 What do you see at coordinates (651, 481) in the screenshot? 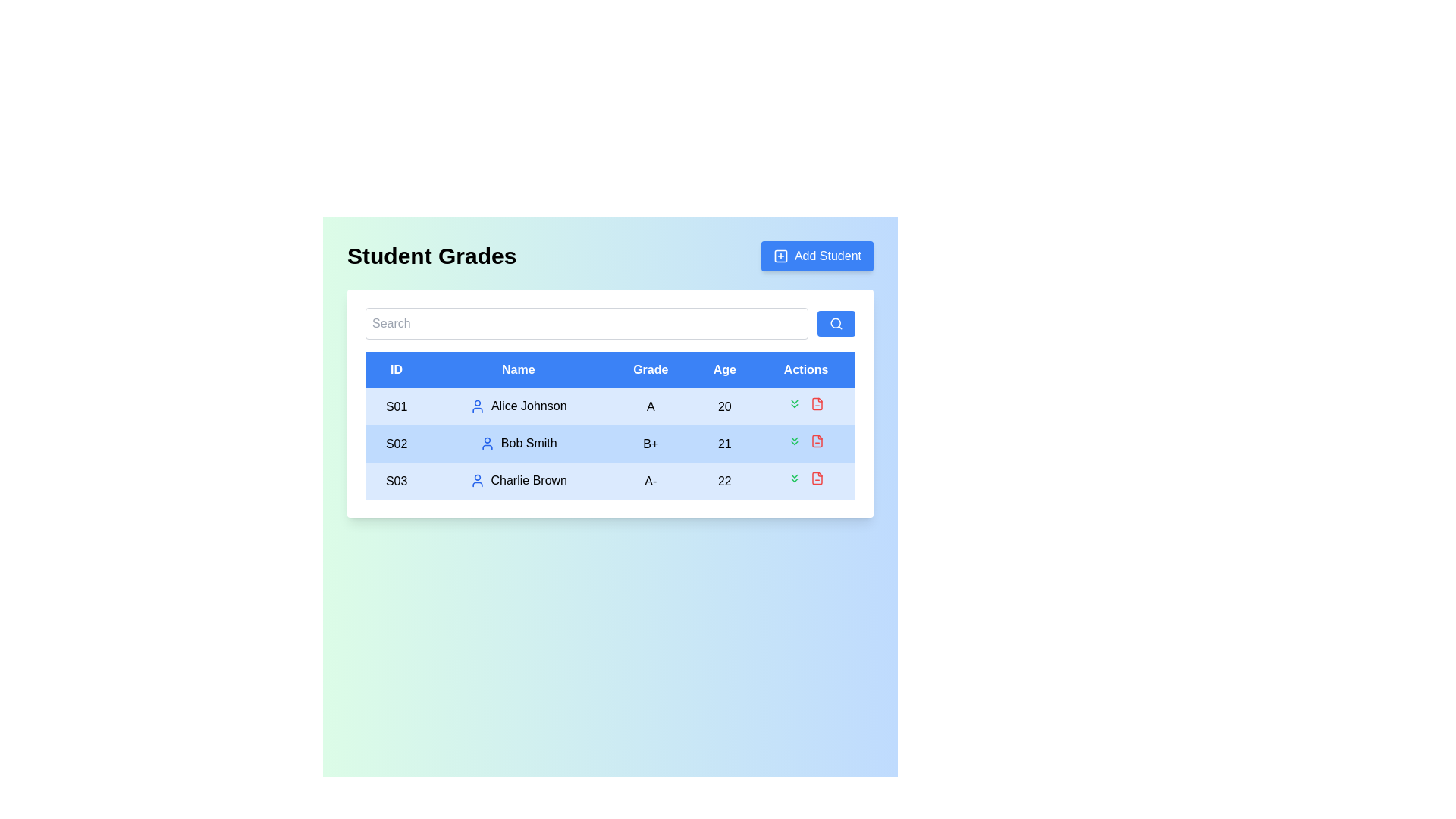
I see `the text label displaying the grade 'A-' for student Charlie Brown, located in the 'Grade' column of the third row labeled 'S03'` at bounding box center [651, 481].